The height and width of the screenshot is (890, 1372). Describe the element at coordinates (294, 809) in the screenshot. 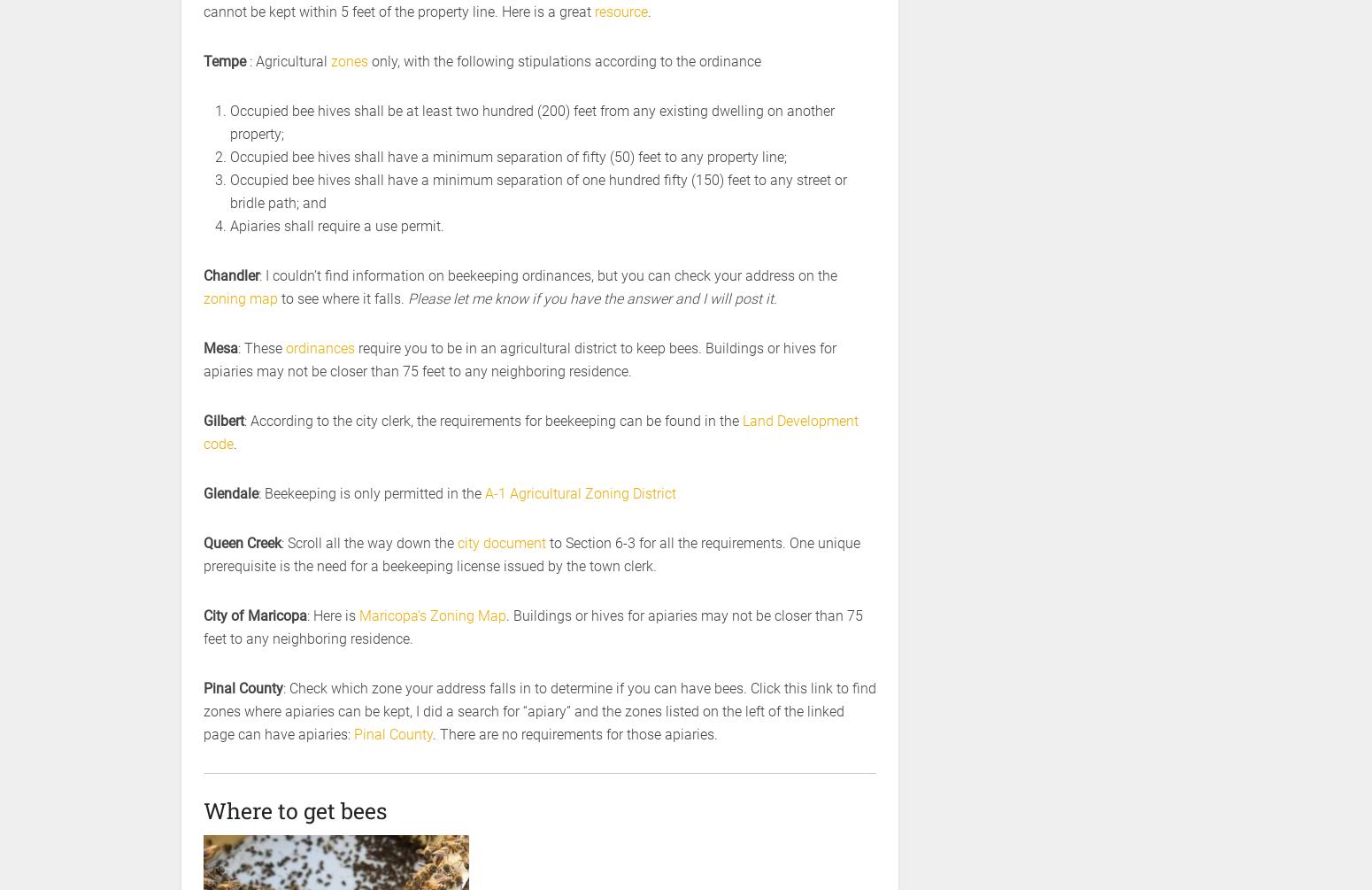

I see `'Where to get bees'` at that location.